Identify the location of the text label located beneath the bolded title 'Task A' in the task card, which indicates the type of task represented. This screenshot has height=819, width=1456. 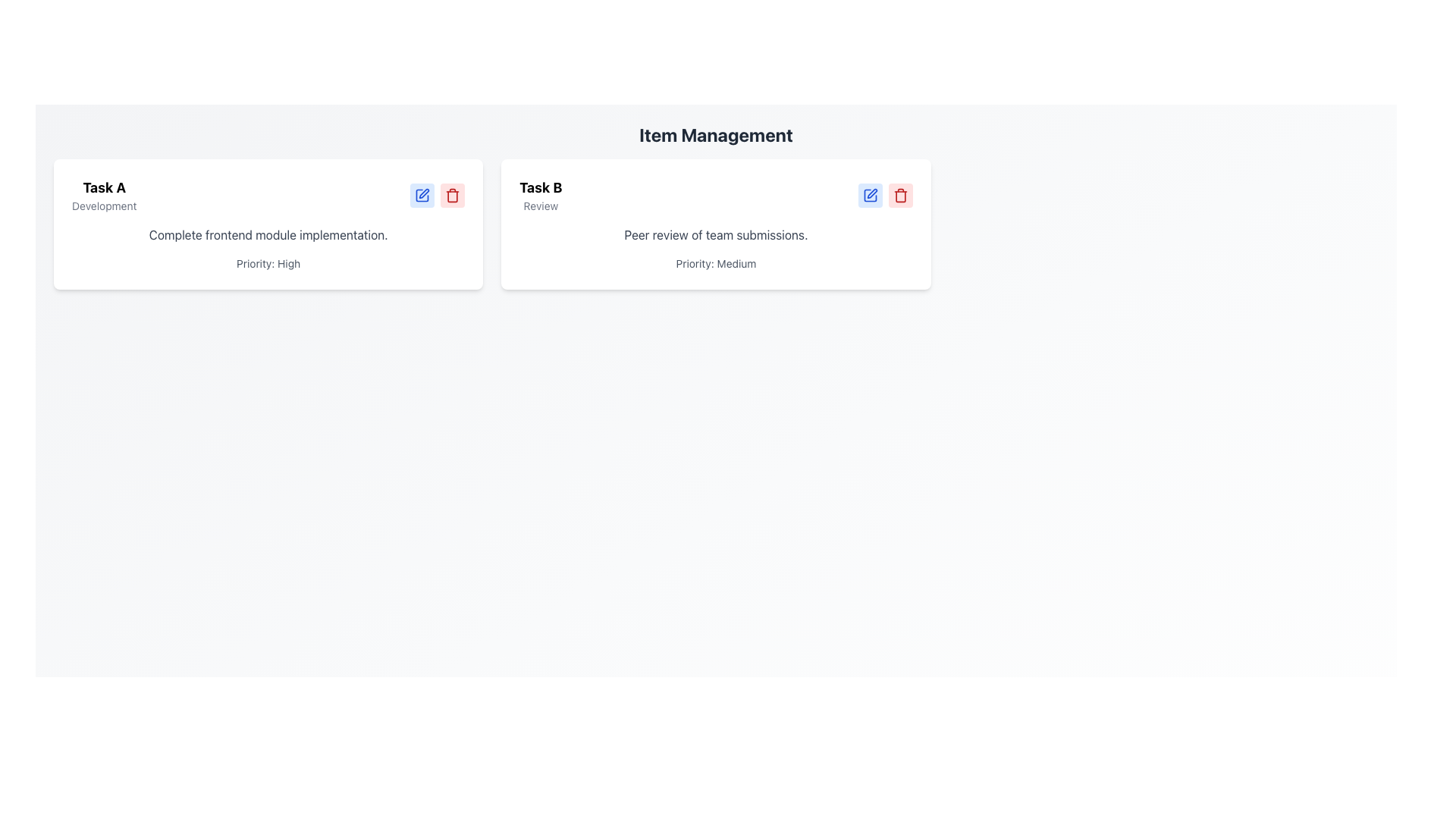
(103, 206).